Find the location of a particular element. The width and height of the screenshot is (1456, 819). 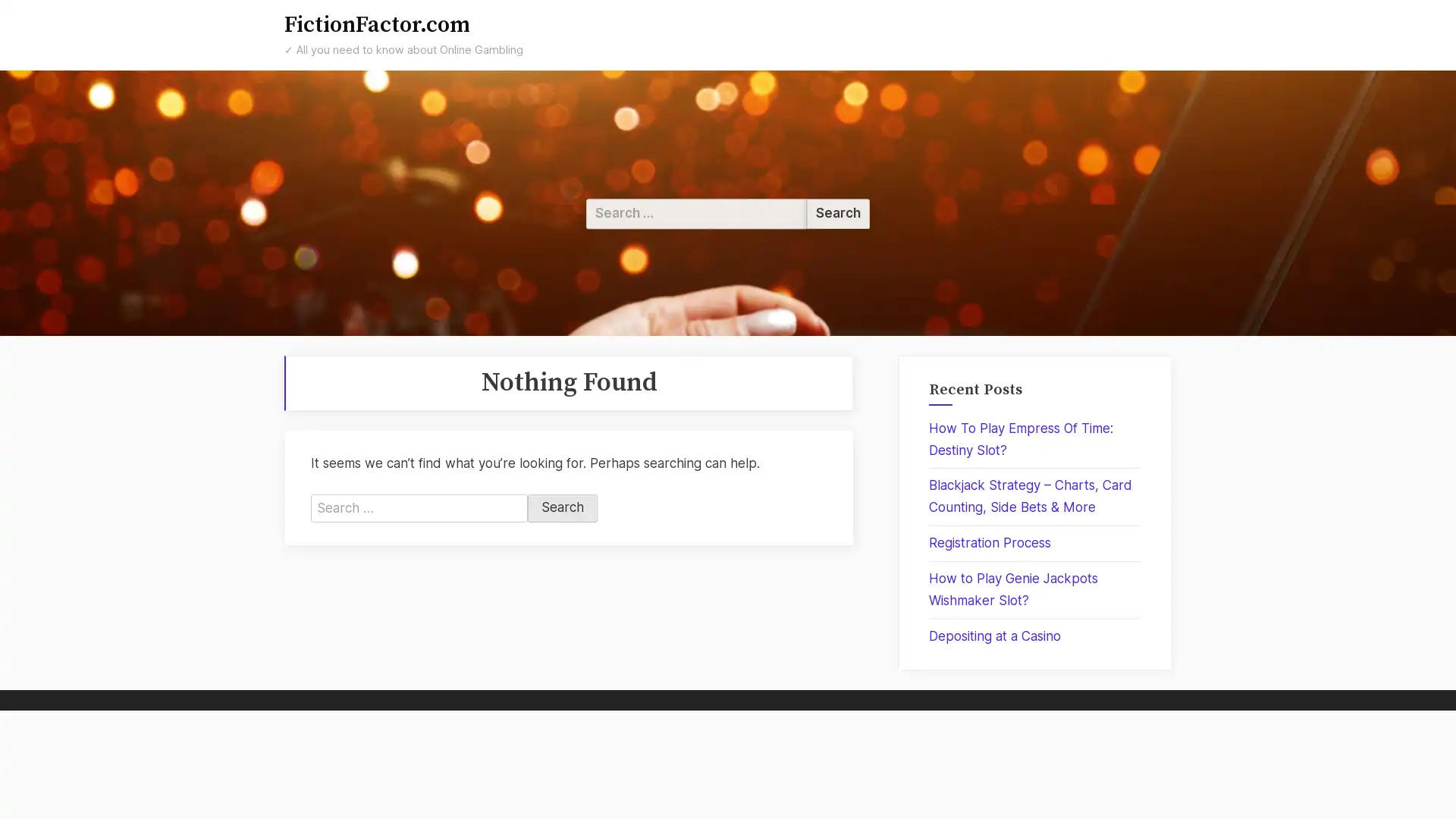

Search is located at coordinates (837, 213).